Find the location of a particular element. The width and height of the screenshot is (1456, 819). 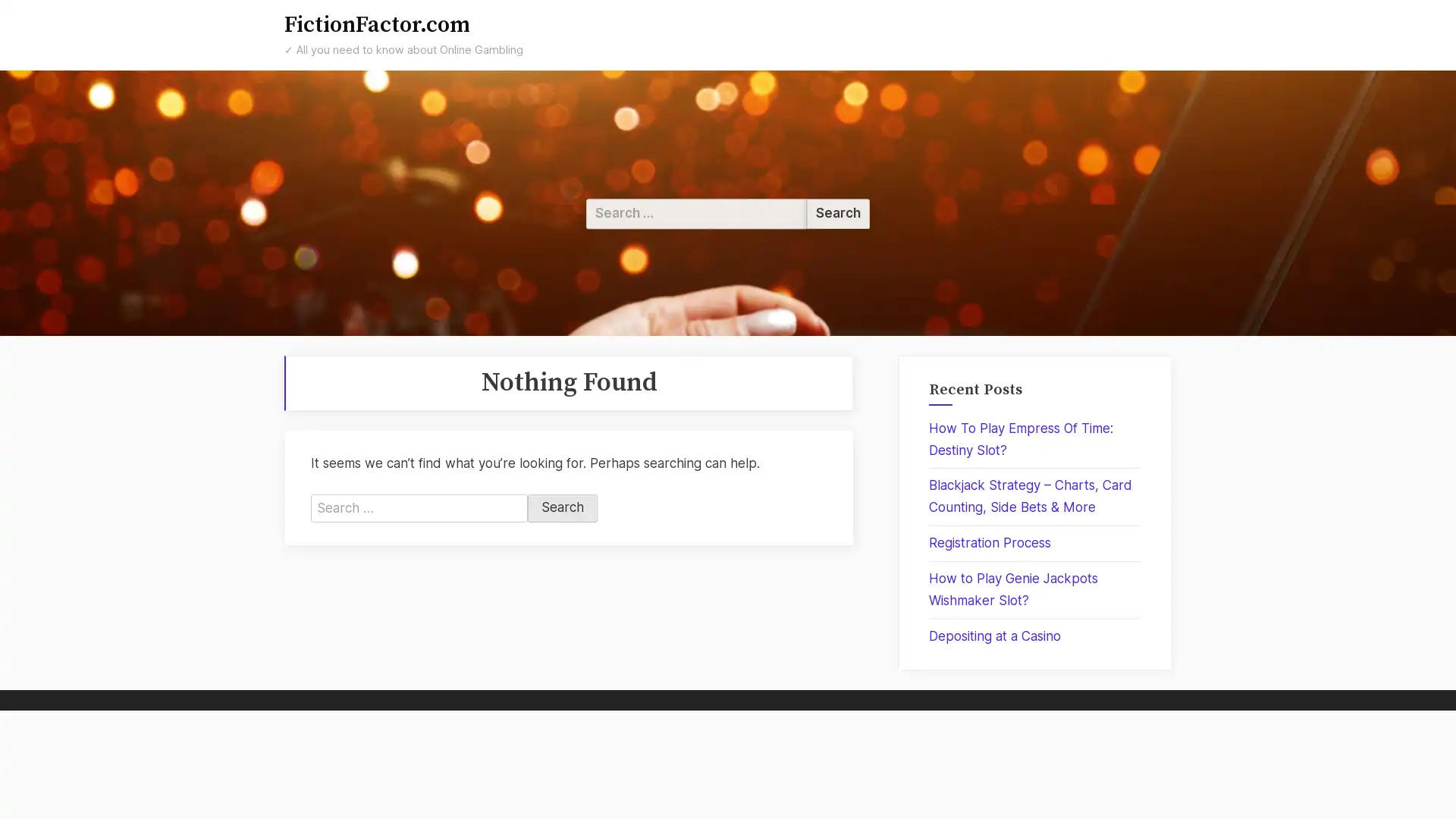

Search is located at coordinates (837, 213).